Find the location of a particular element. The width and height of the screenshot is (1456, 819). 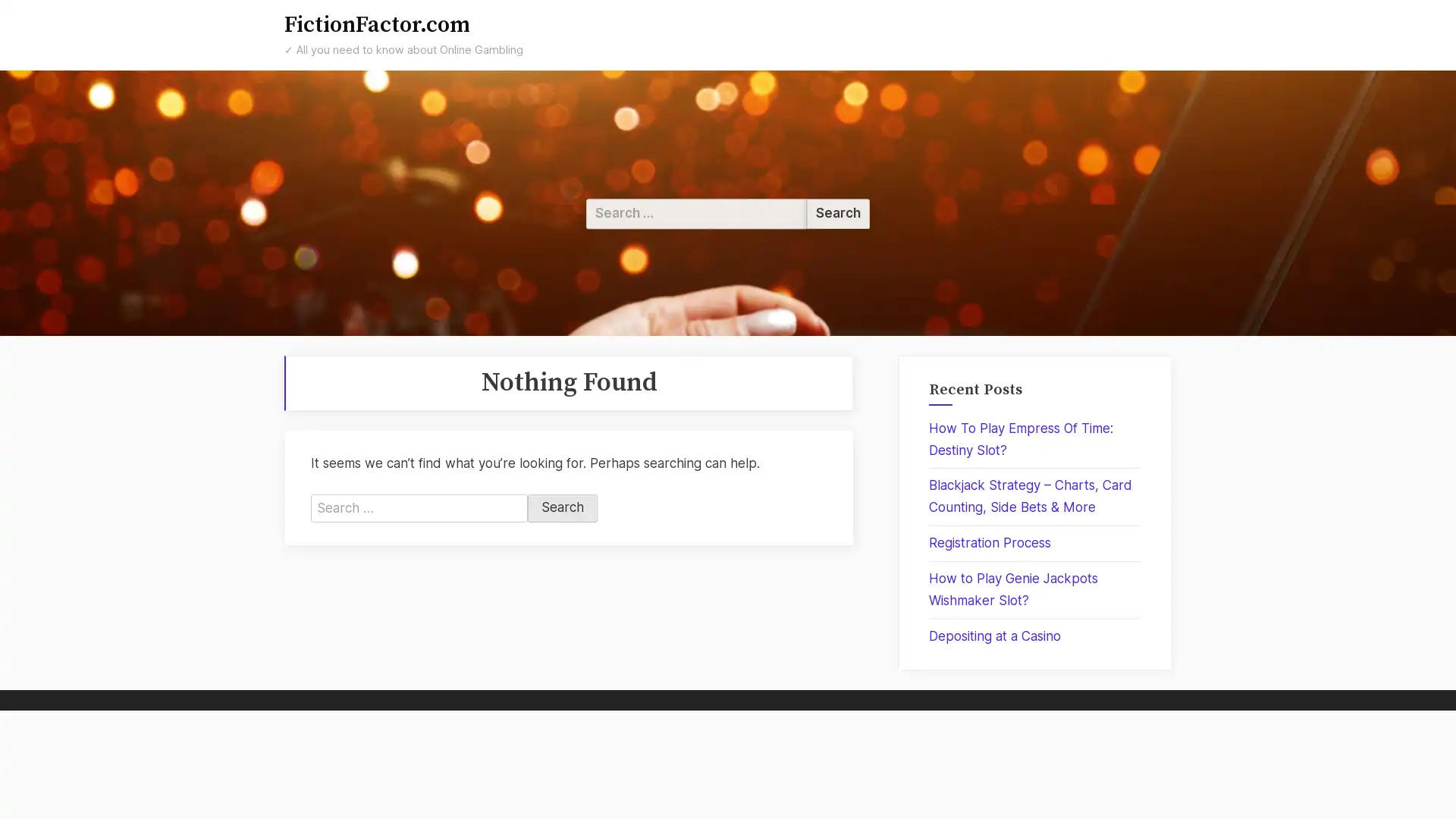

Search is located at coordinates (837, 213).